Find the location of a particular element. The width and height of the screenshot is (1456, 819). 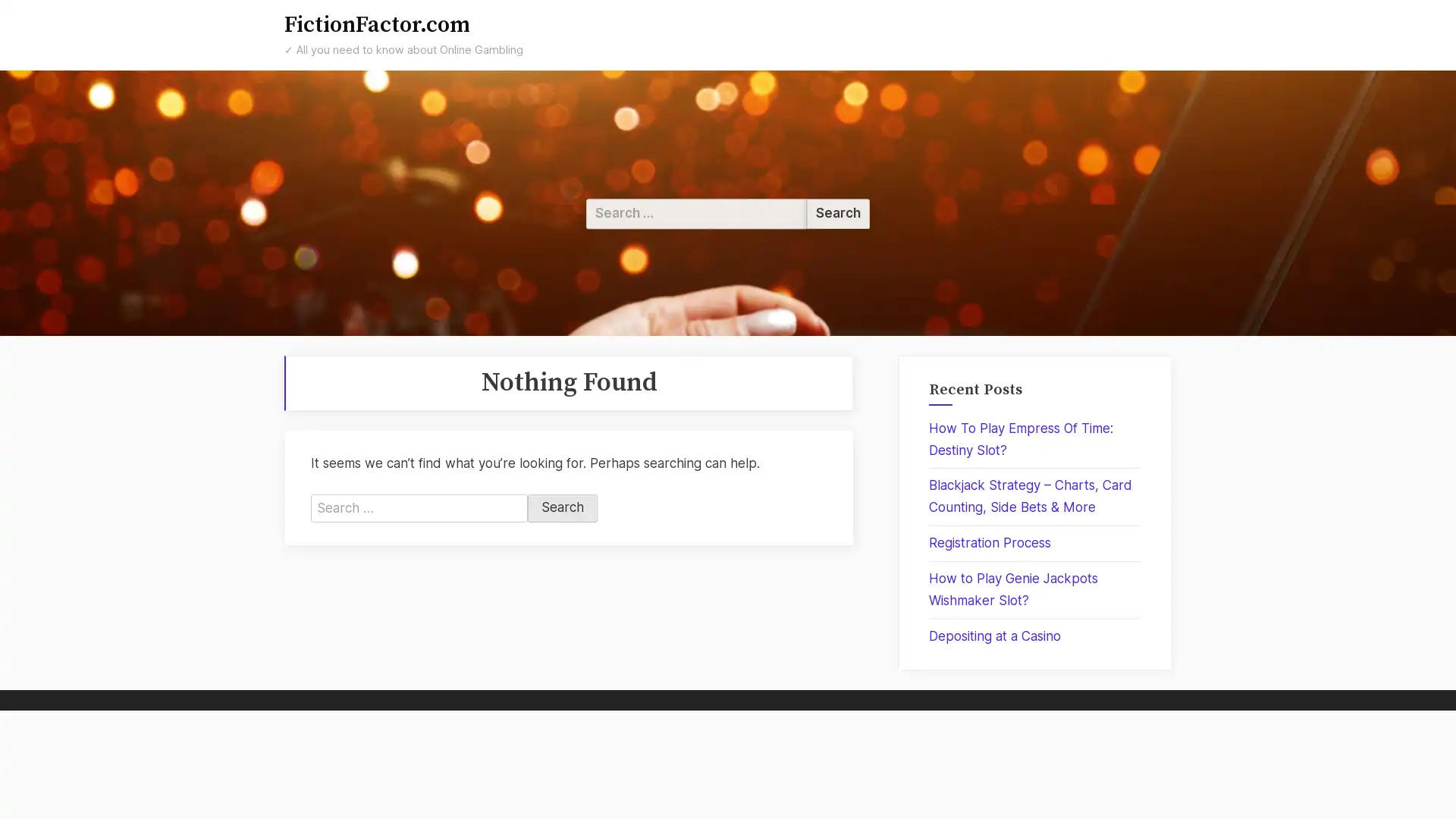

Search is located at coordinates (837, 213).